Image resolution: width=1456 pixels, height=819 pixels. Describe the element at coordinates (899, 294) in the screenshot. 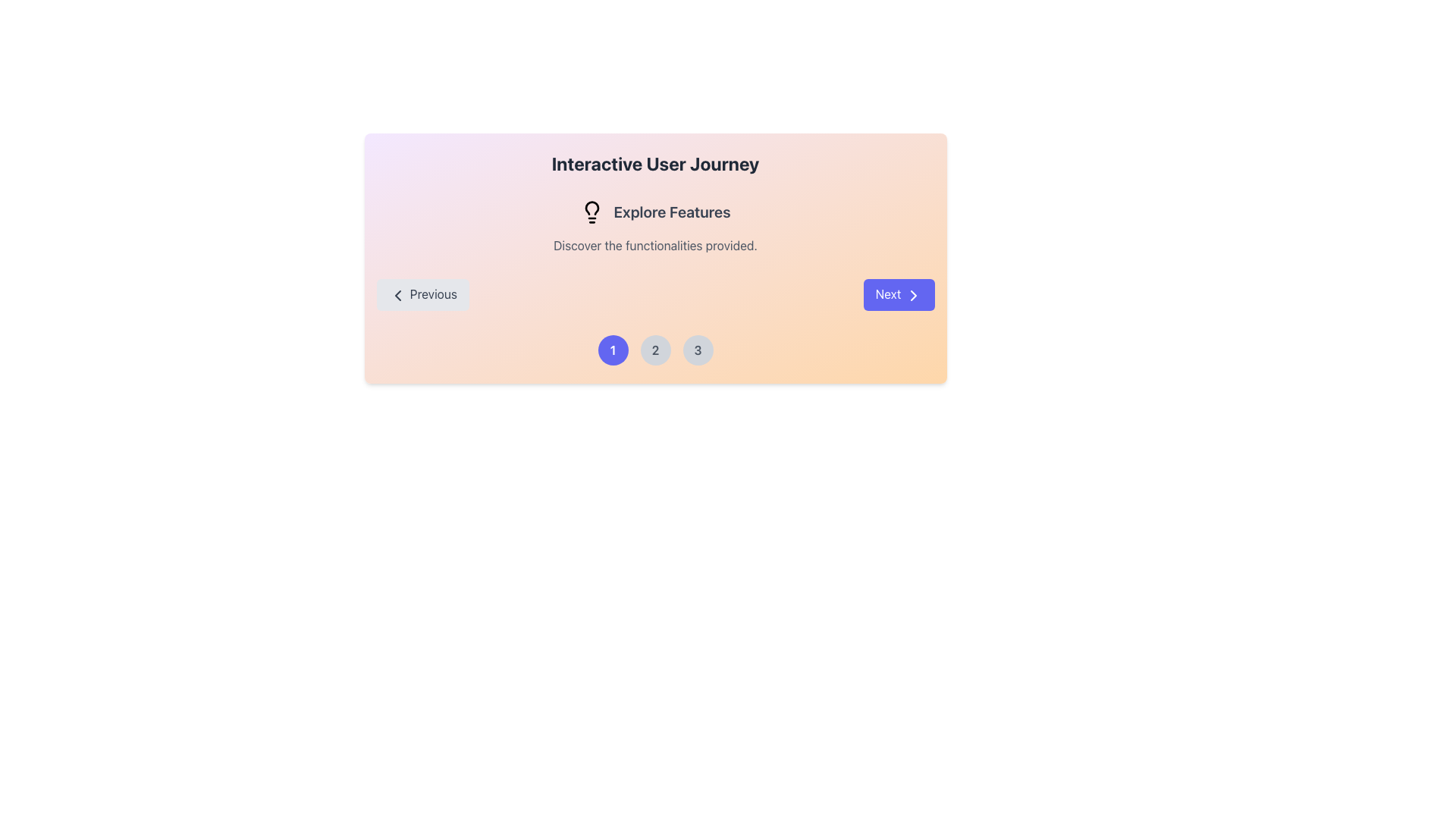

I see `the navigation button located at the bottom right of the panel to activate hover effects, which will visually indicate that the button is interactive and ready for clicking` at that location.